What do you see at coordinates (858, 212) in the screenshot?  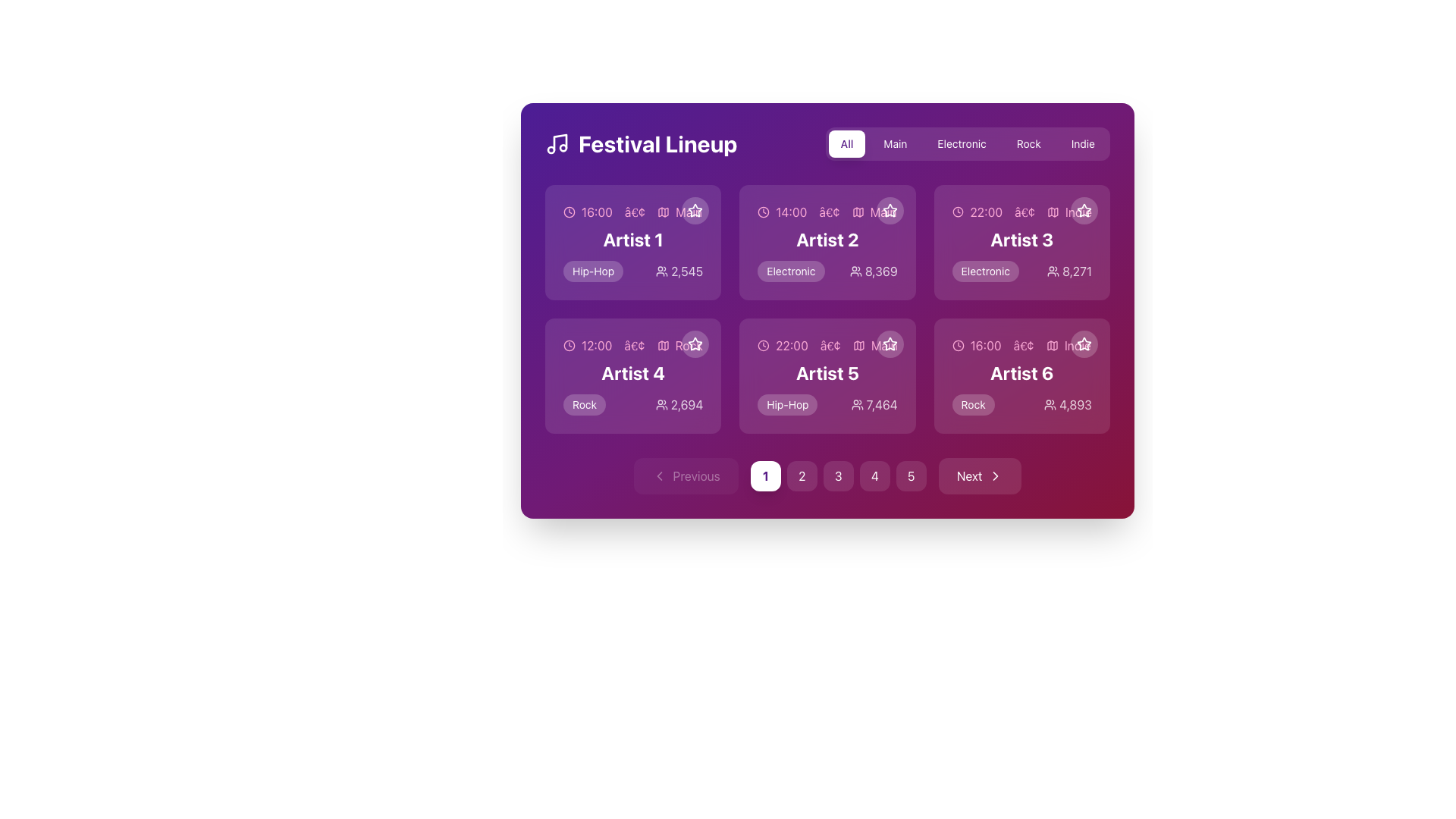 I see `the map-related icon located at the top-right of the card for Artist 2, which is part of a cluster of icons adjacent to the time and artist name` at bounding box center [858, 212].